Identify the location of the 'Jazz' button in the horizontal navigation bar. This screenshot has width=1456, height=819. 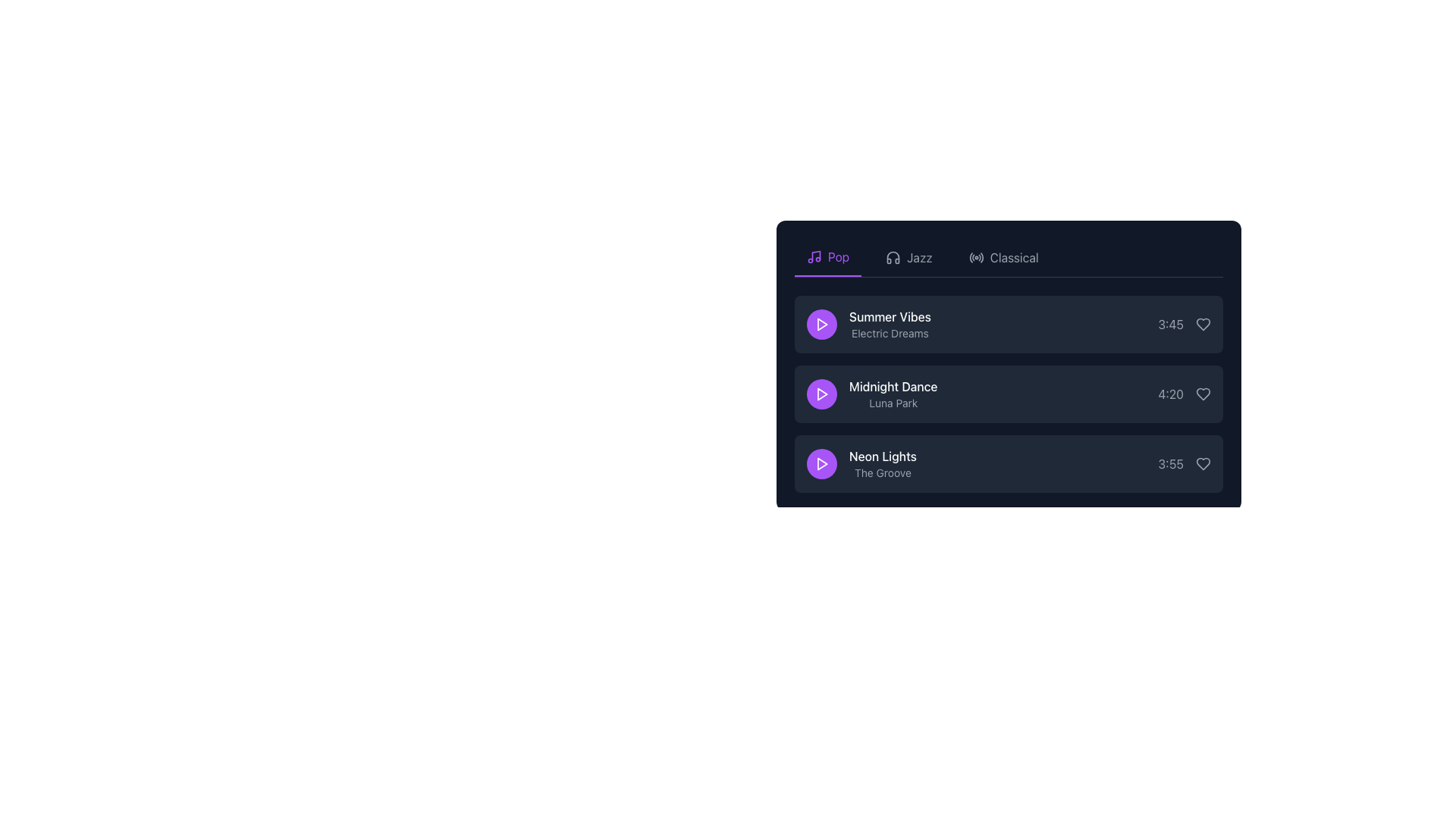
(908, 256).